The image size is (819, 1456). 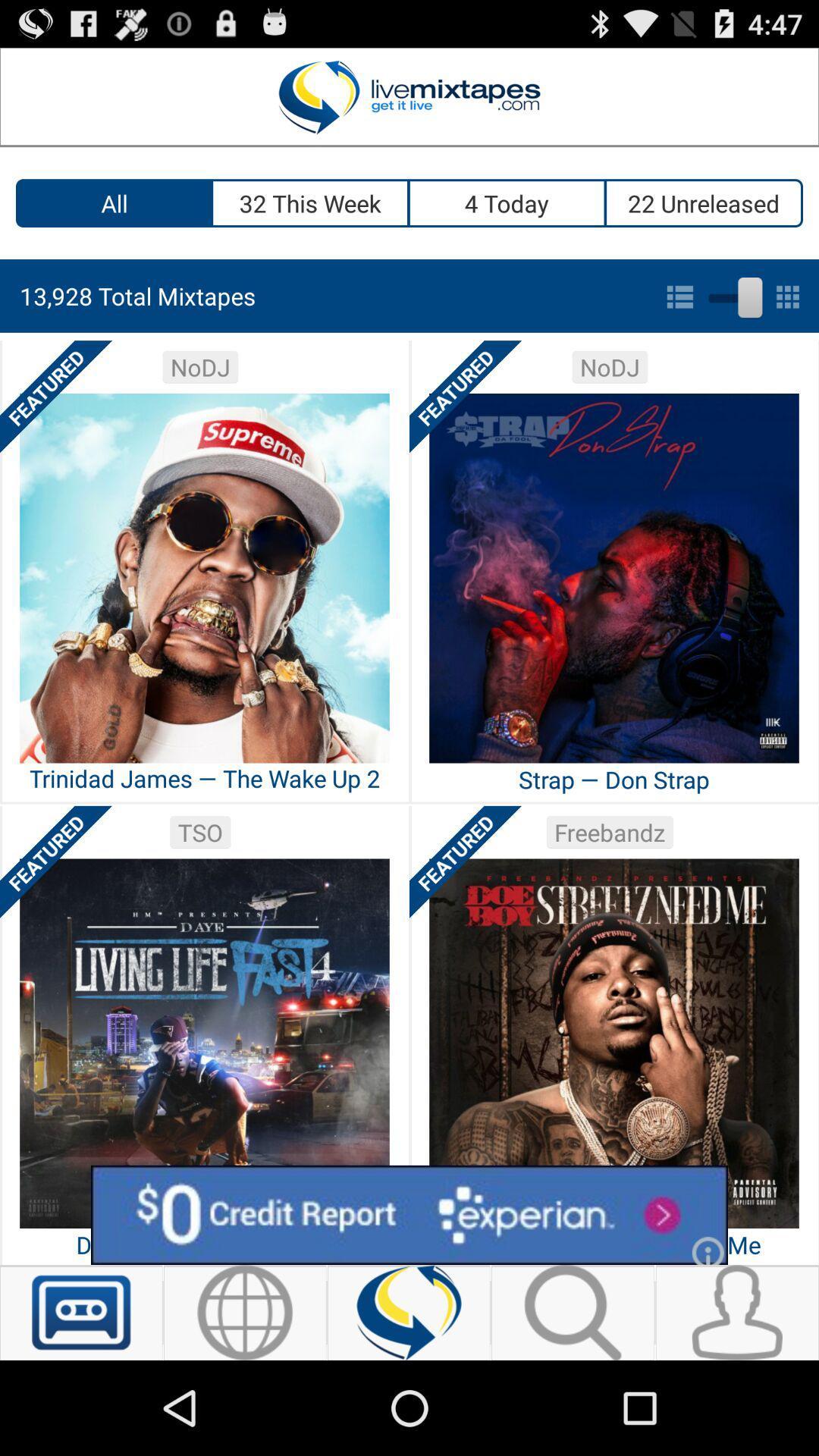 I want to click on the 4 today icon, so click(x=507, y=202).